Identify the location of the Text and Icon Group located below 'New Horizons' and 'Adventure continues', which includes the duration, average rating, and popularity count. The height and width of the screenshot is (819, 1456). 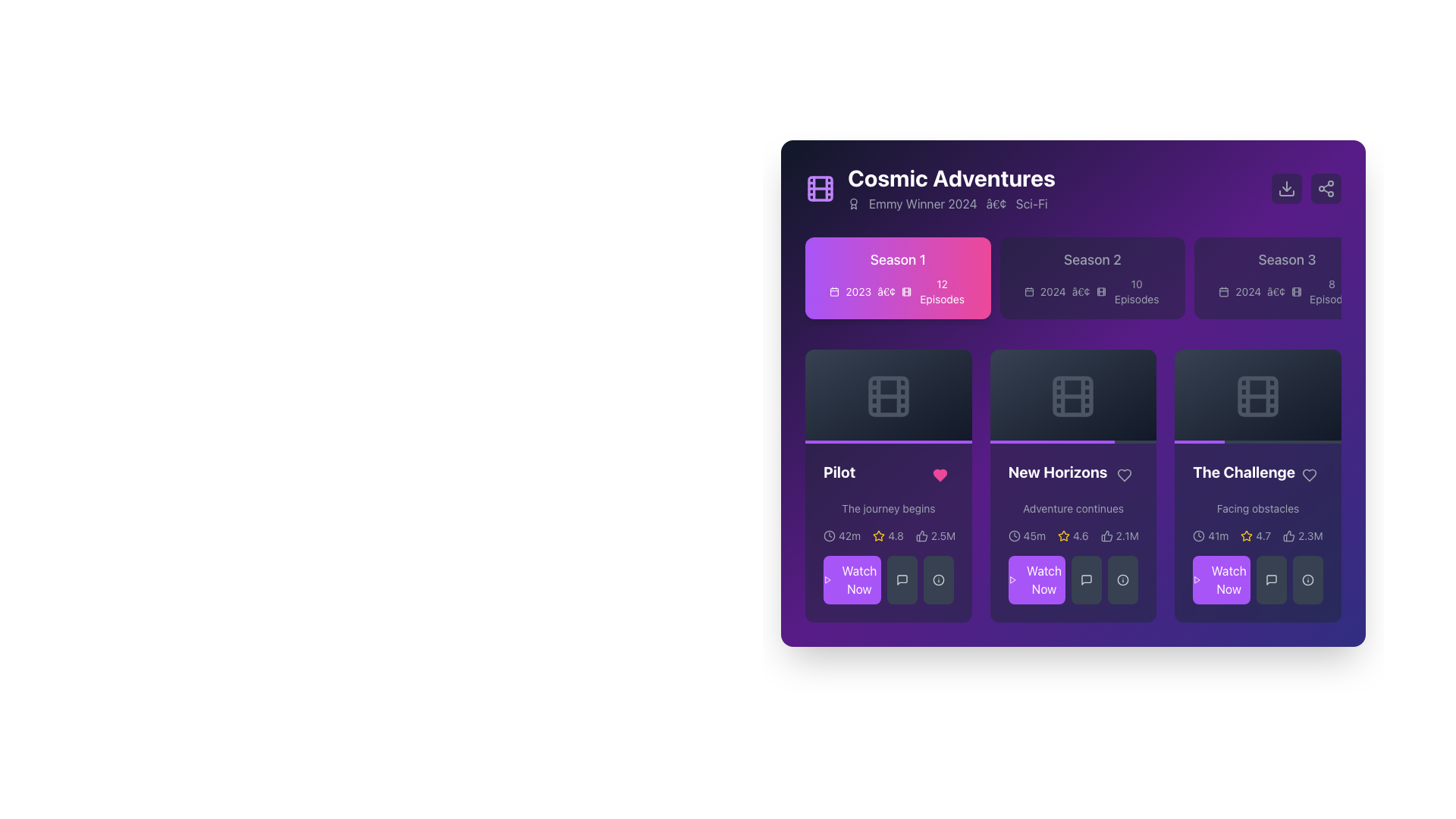
(1072, 535).